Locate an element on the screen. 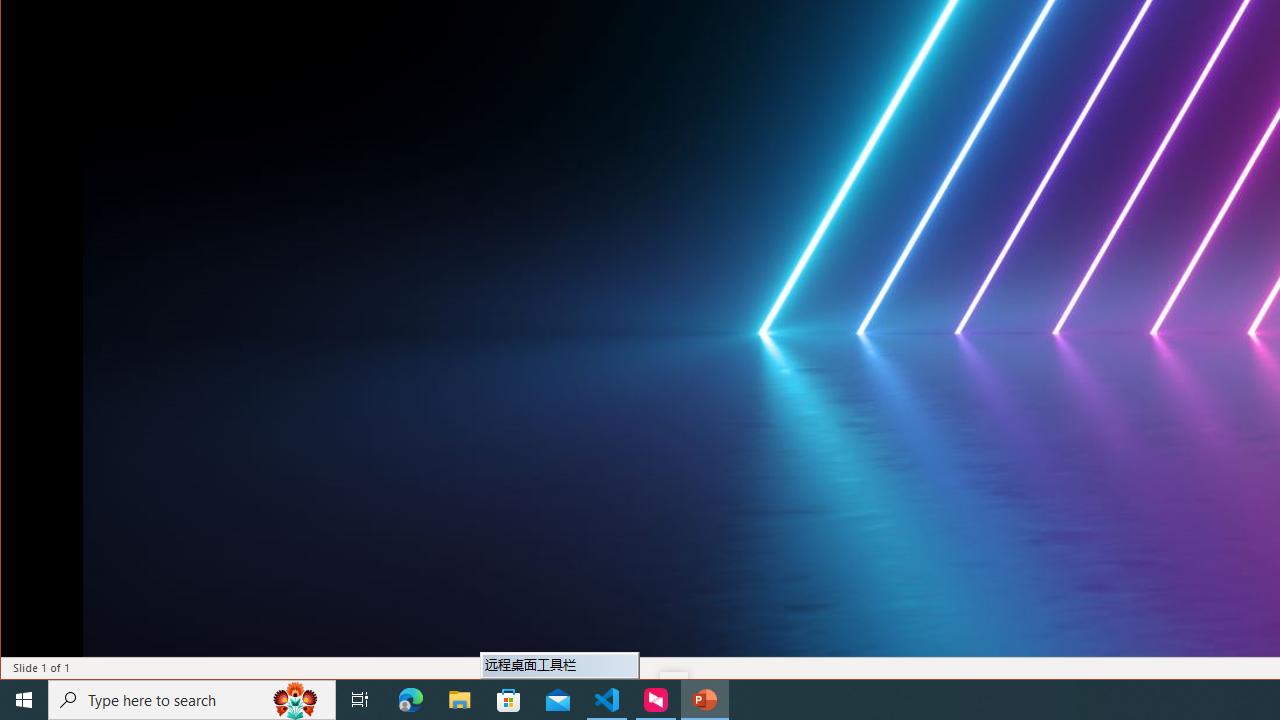  'Visual Studio Code - 1 running window' is located at coordinates (606, 698).